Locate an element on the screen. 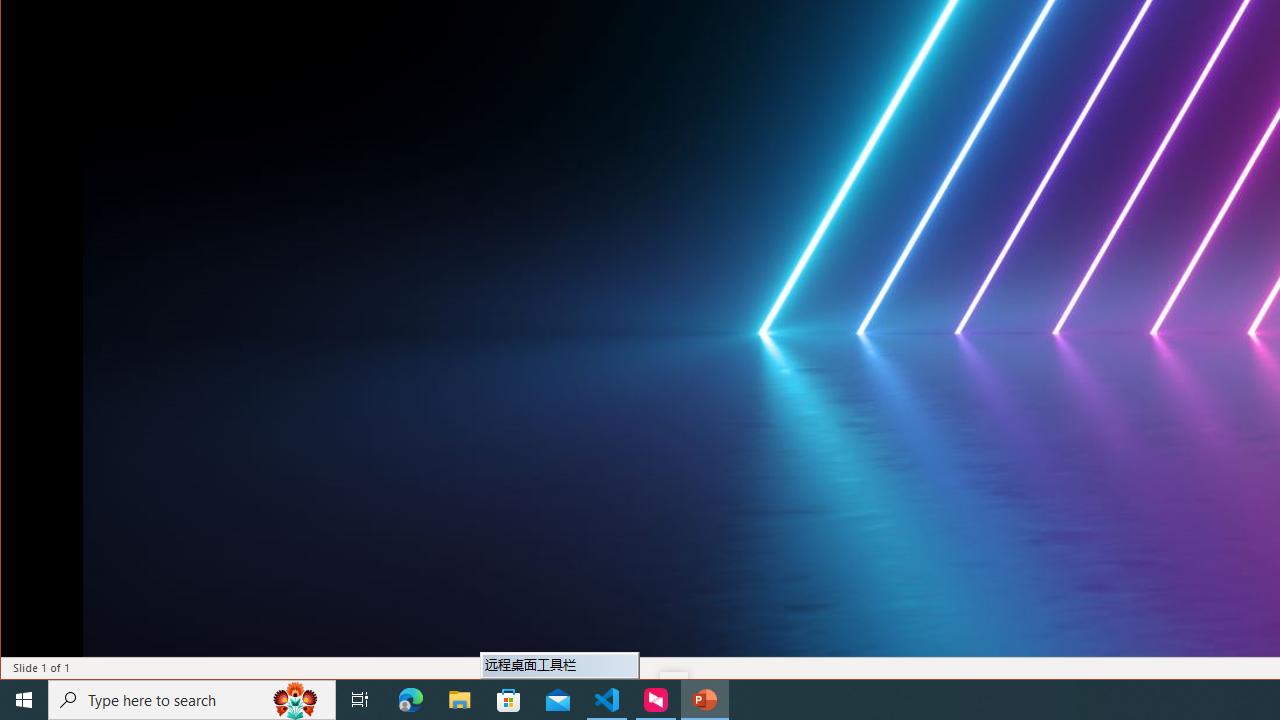  'Visual Studio Code - 1 running window' is located at coordinates (606, 698).